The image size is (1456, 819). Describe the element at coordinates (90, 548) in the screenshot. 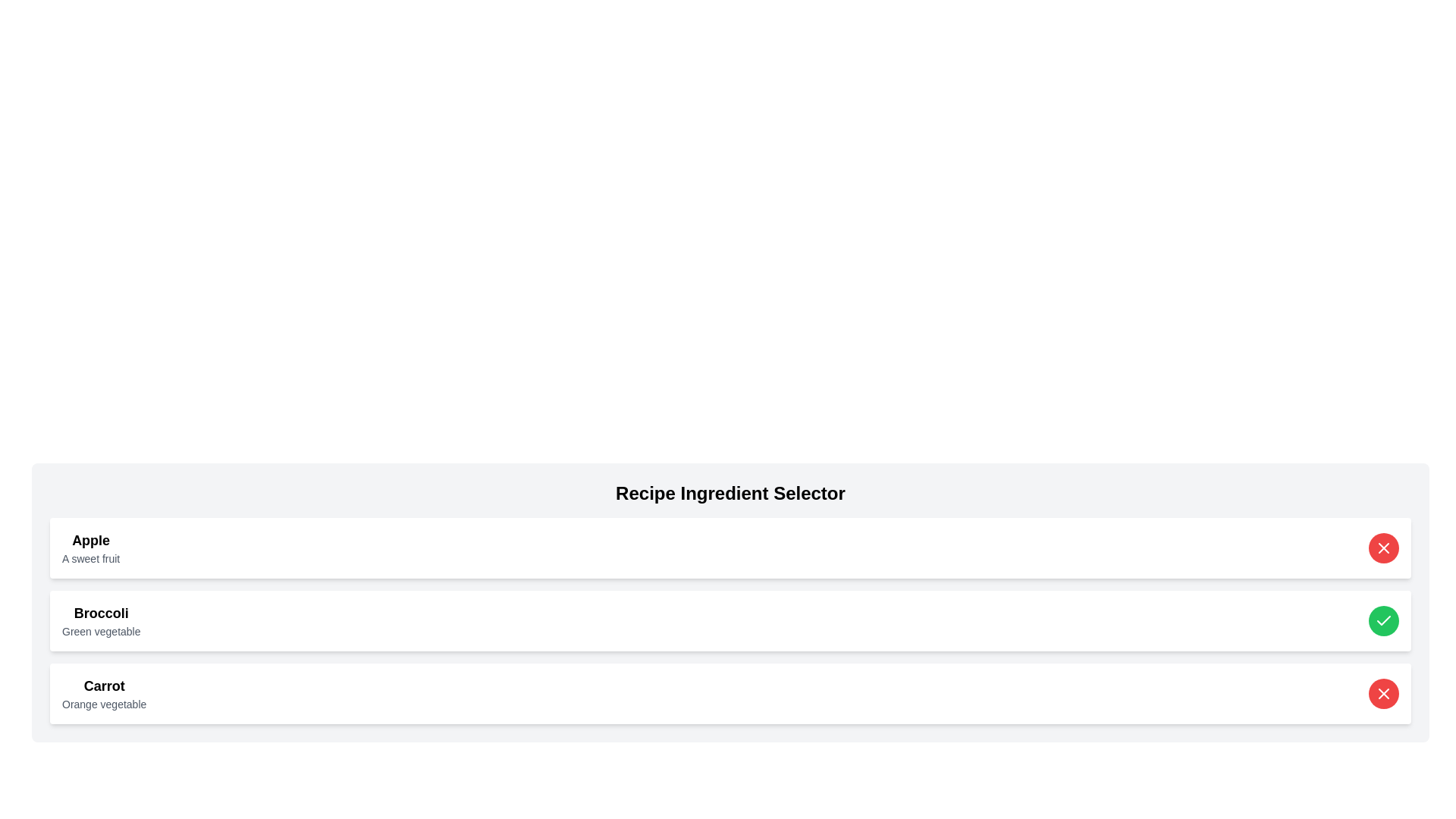

I see `the Text label that serves as a title for the card row, positioned at the top-left corner of the card layout, above the 'Broccoli' and 'Carrot' entries` at that location.